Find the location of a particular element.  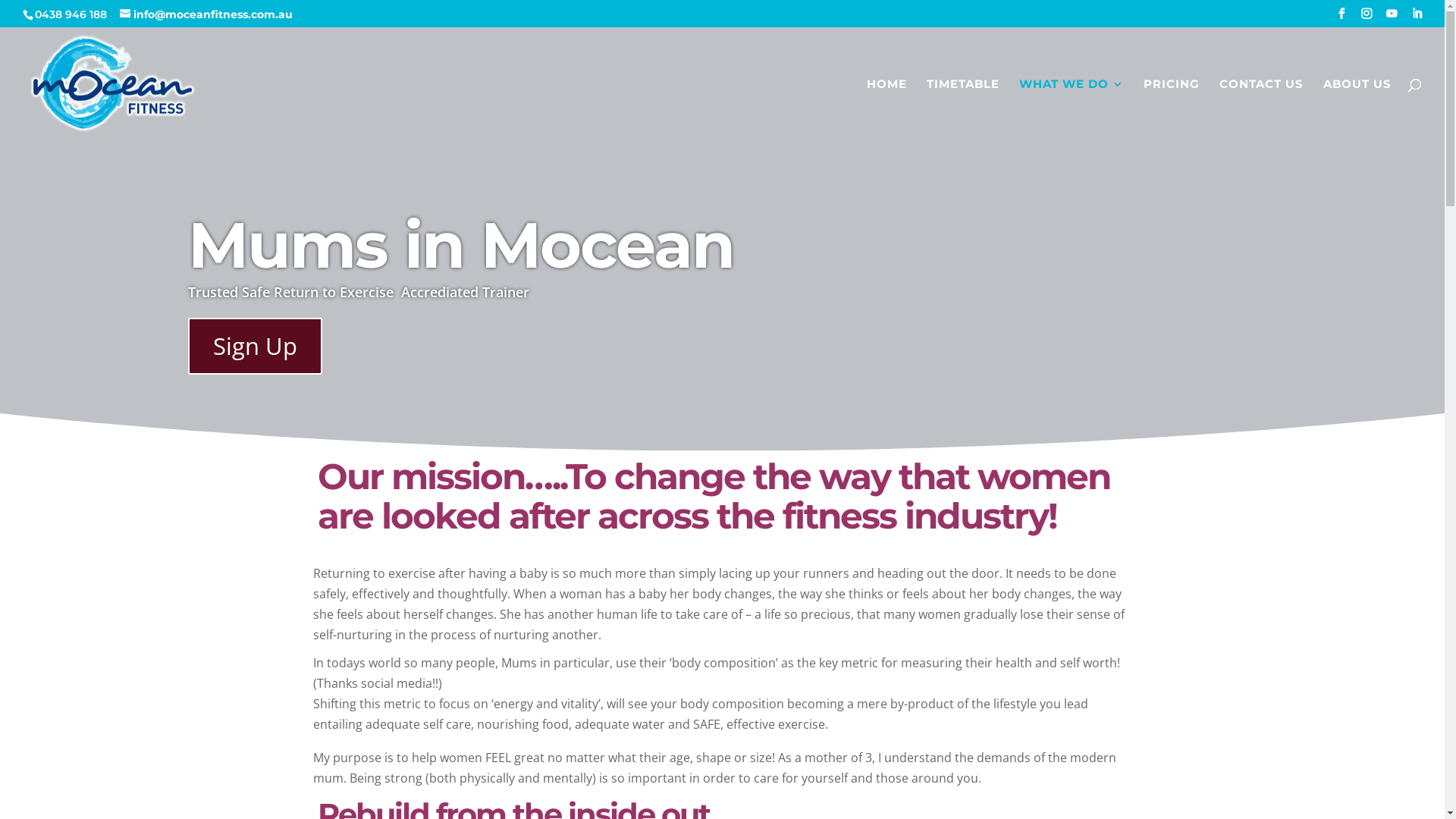

'PRICING' is located at coordinates (1171, 109).